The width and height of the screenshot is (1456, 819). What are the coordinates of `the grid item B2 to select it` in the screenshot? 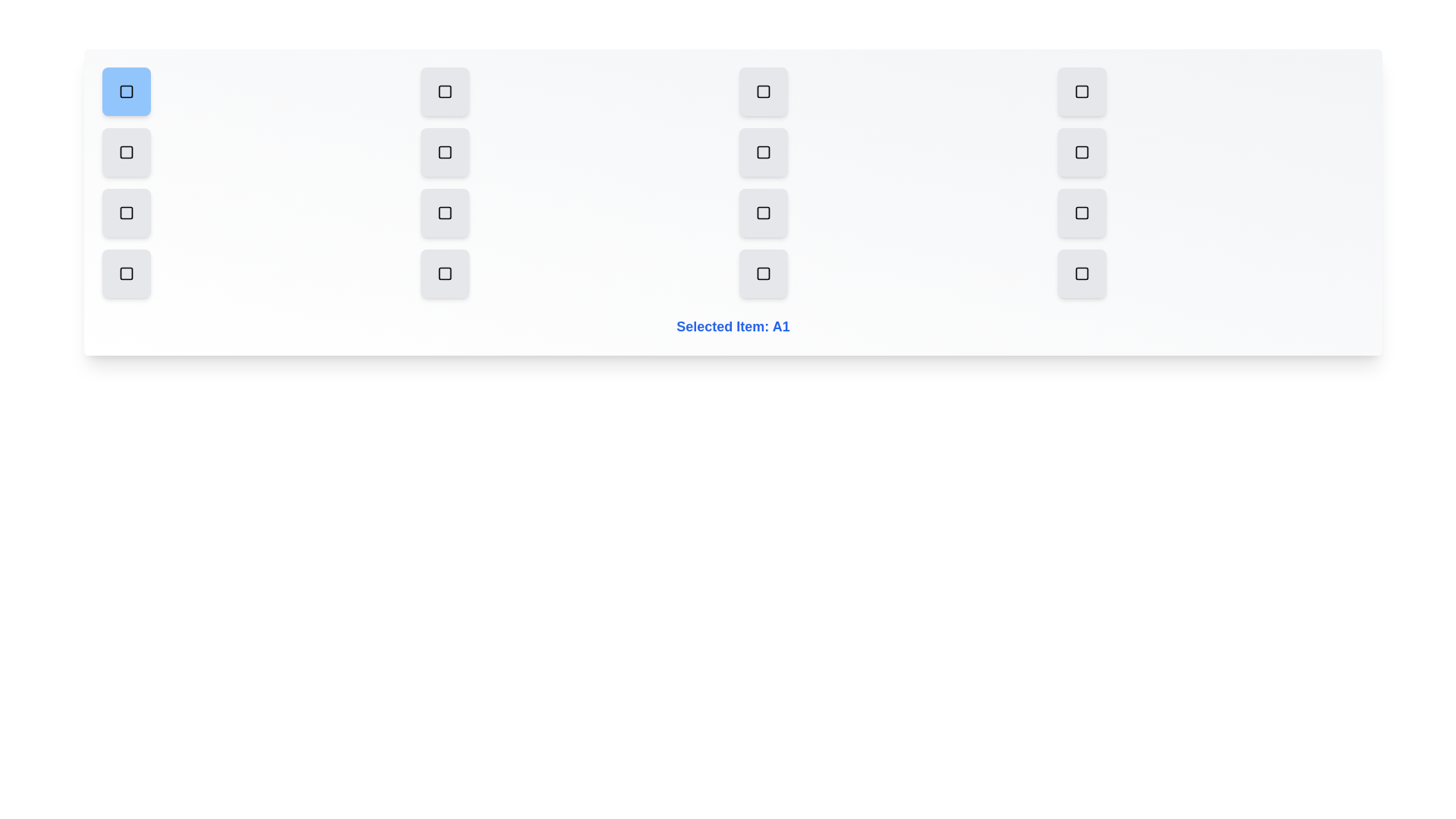 It's located at (444, 152).